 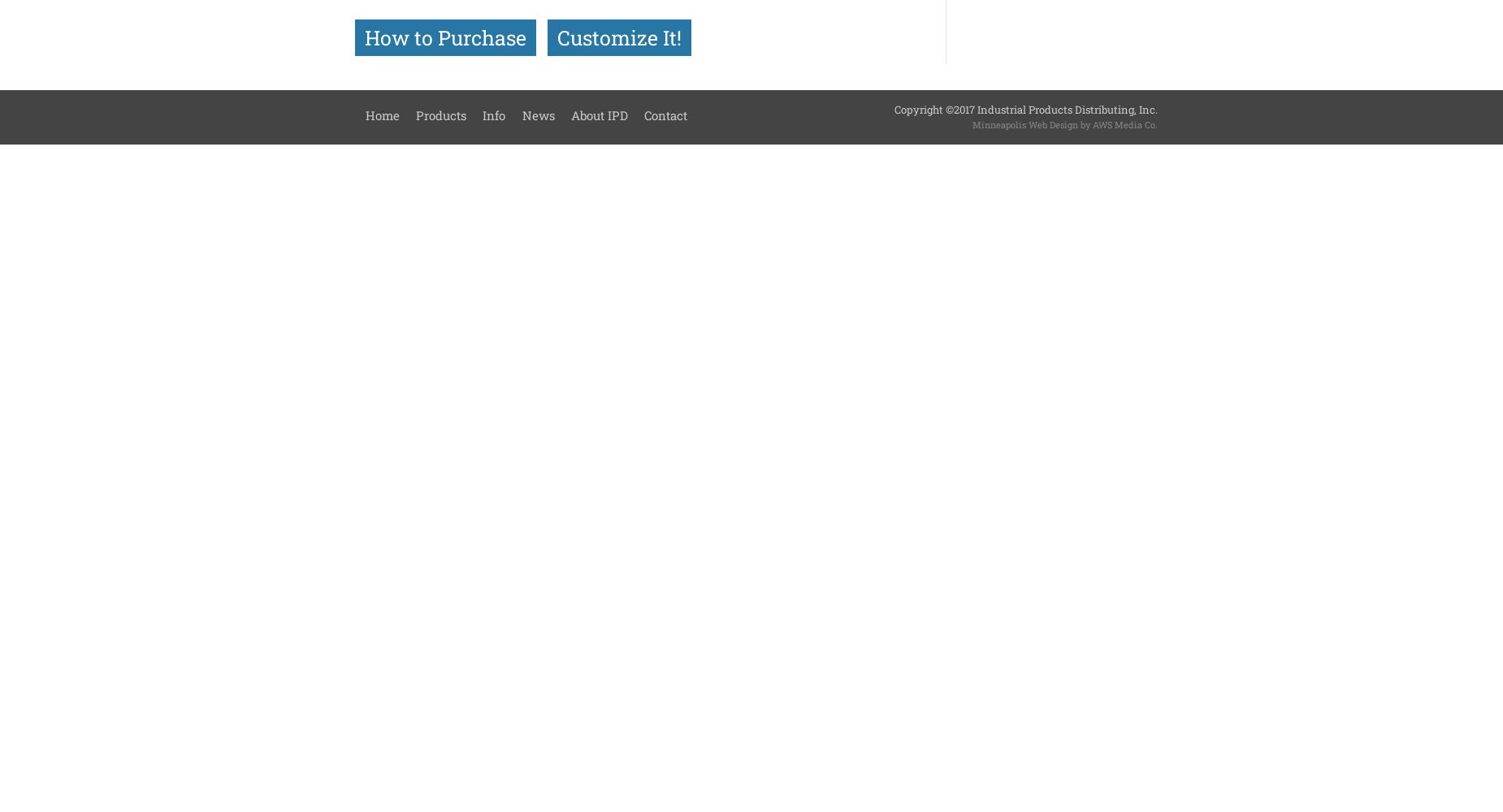 I want to click on 'Customize It!', so click(x=619, y=37).